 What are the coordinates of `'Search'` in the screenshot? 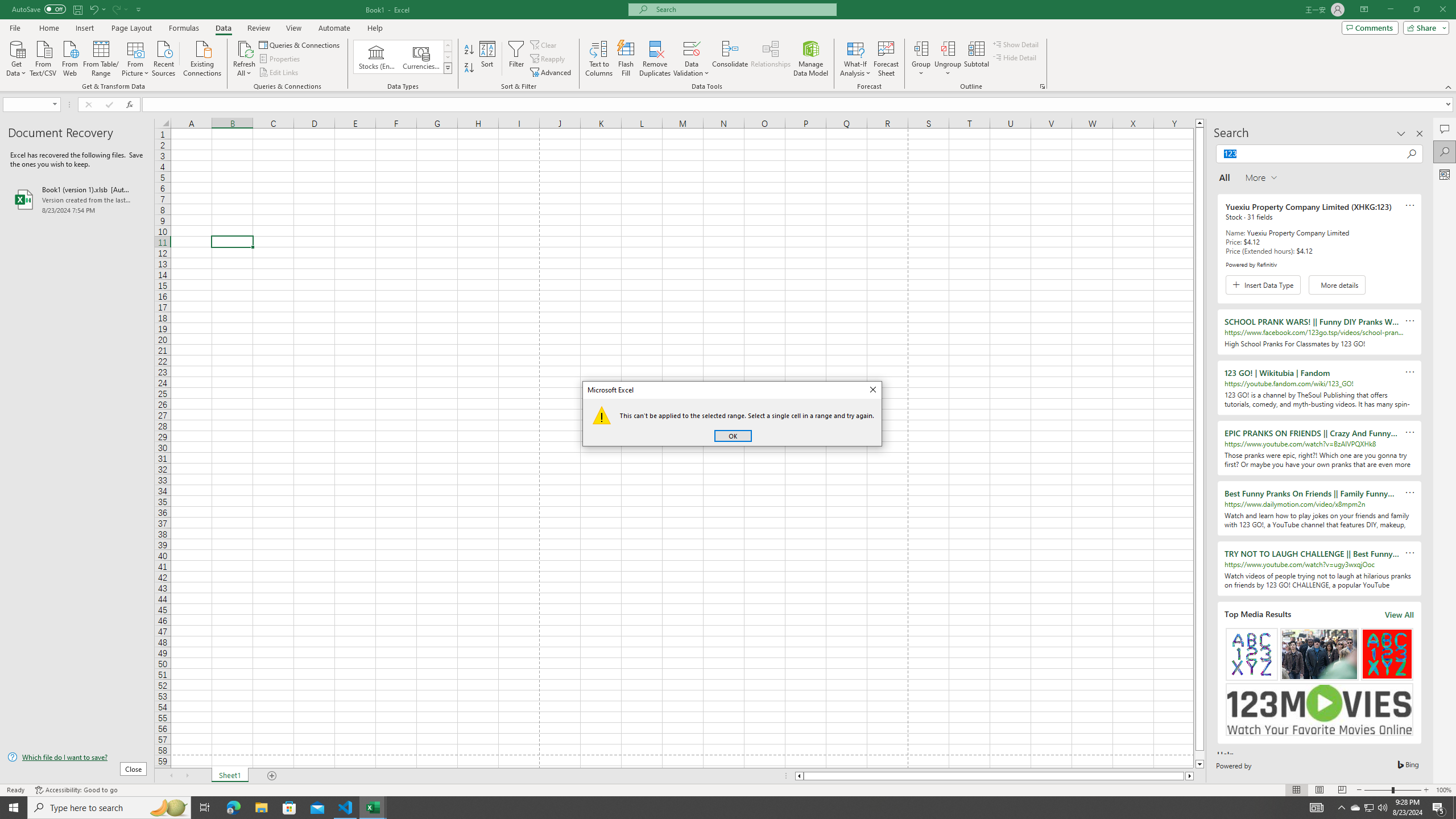 It's located at (1444, 152).